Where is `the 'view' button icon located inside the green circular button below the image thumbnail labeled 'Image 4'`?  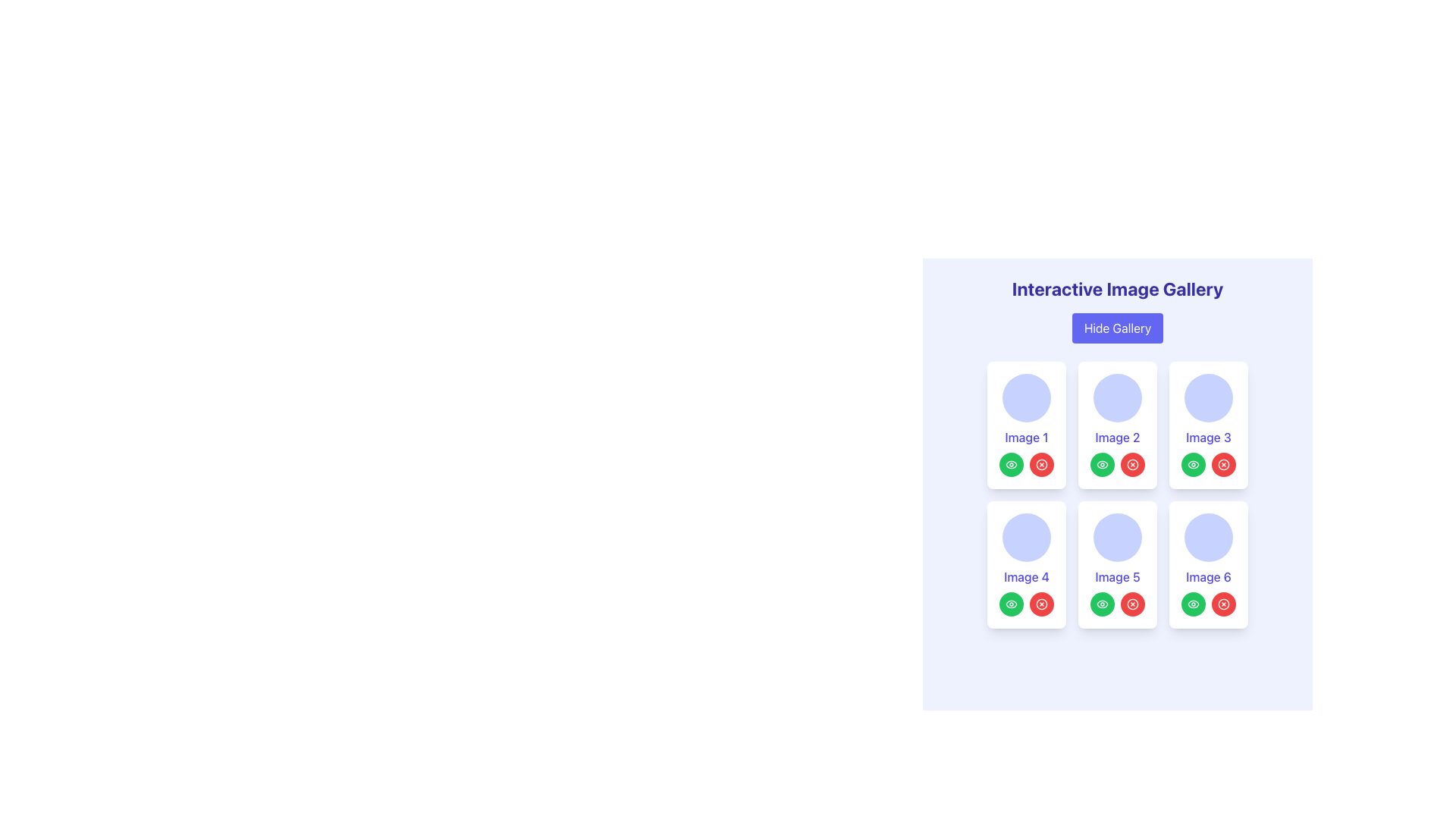
the 'view' button icon located inside the green circular button below the image thumbnail labeled 'Image 4' is located at coordinates (1012, 604).